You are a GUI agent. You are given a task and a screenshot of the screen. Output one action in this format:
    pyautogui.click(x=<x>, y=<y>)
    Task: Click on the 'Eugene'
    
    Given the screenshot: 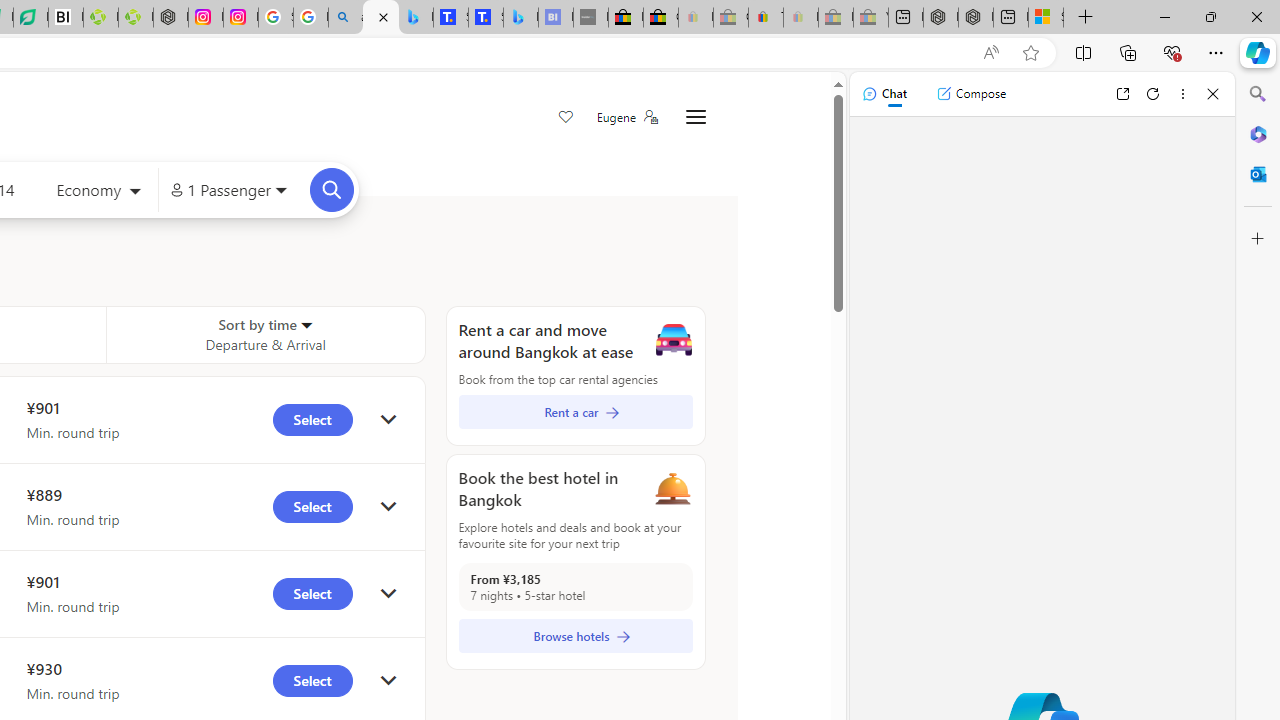 What is the action you would take?
    pyautogui.click(x=625, y=117)
    